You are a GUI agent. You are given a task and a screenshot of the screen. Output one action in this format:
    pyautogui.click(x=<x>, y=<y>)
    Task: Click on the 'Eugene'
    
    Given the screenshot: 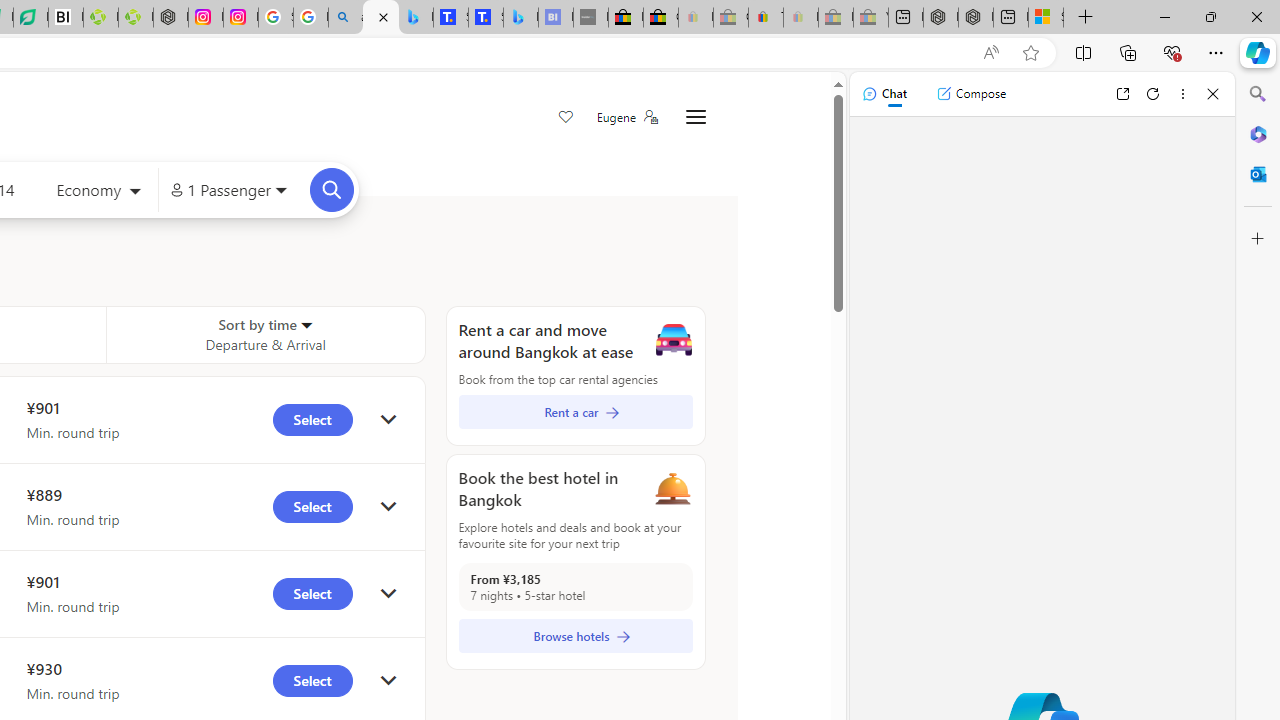 What is the action you would take?
    pyautogui.click(x=625, y=117)
    